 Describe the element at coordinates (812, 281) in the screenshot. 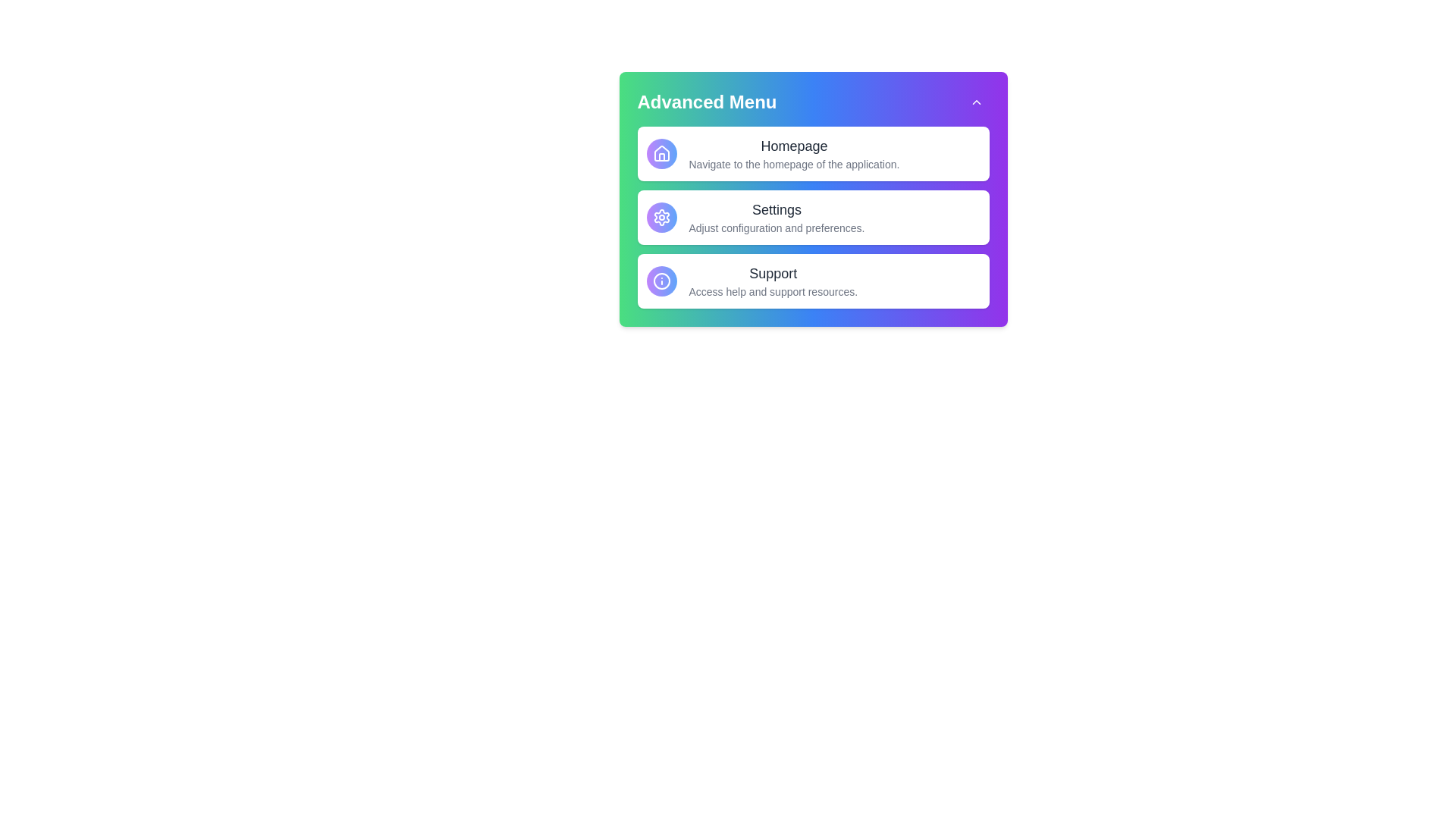

I see `the menu item titled 'Support' to reveal its tooltip or additional information` at that location.